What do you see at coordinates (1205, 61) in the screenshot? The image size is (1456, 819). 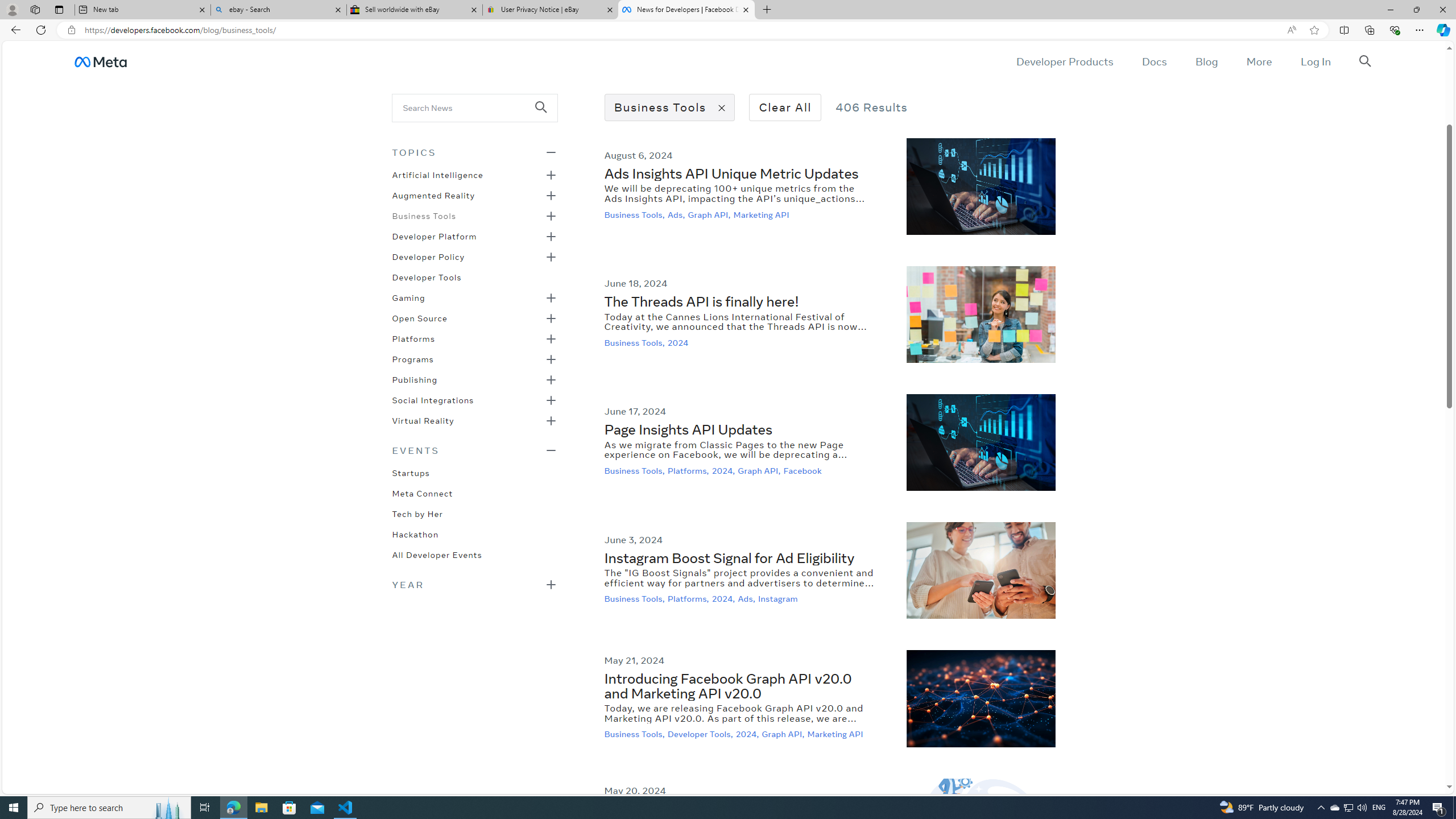 I see `'Blog'` at bounding box center [1205, 61].